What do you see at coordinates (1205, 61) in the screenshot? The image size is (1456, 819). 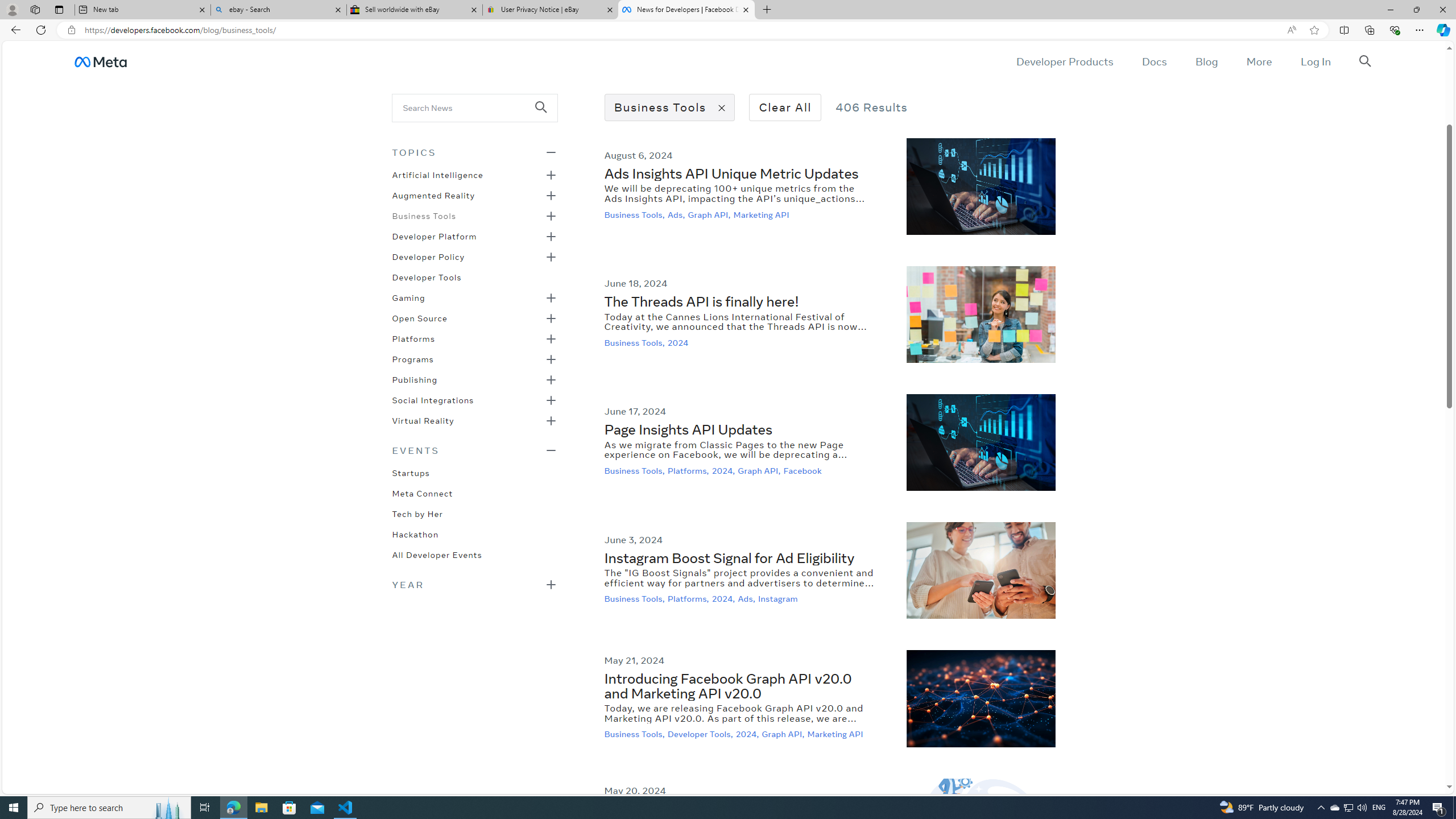 I see `'Blog'` at bounding box center [1205, 61].